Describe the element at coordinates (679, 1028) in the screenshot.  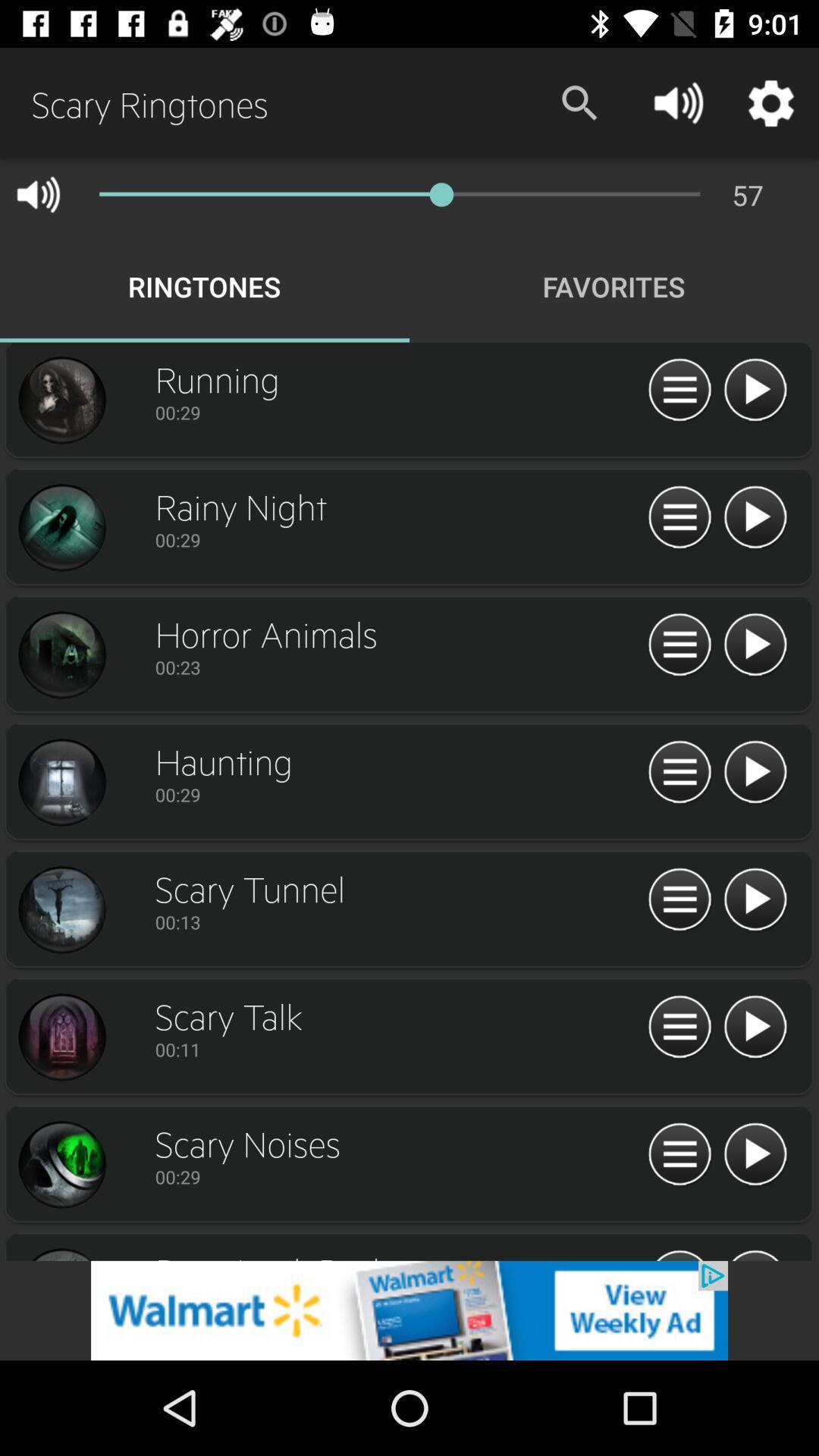
I see `open your favorites` at that location.